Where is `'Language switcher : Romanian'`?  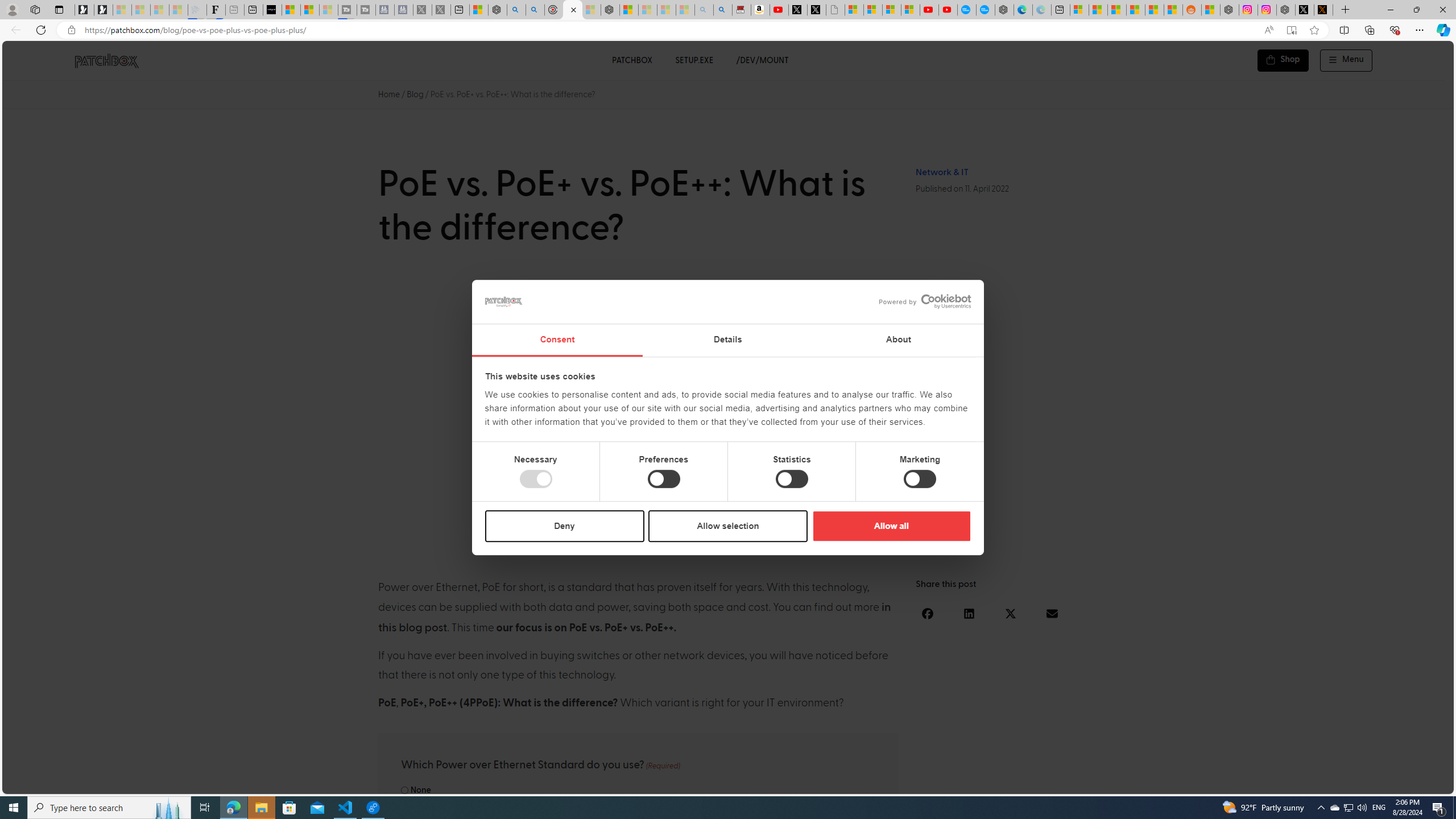
'Language switcher : Romanian' is located at coordinates (1368, 783).